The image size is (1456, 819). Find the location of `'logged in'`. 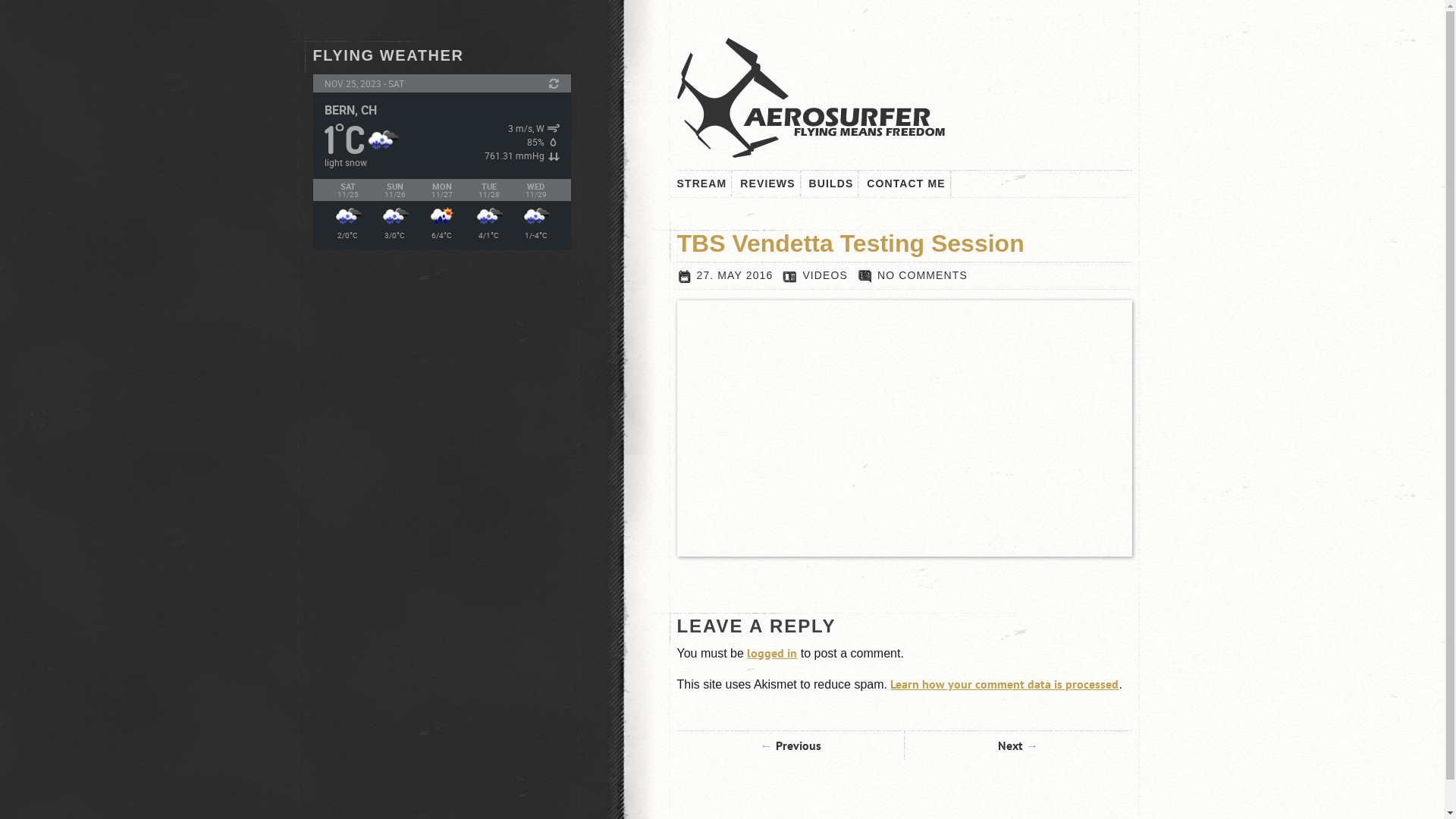

'logged in' is located at coordinates (771, 651).